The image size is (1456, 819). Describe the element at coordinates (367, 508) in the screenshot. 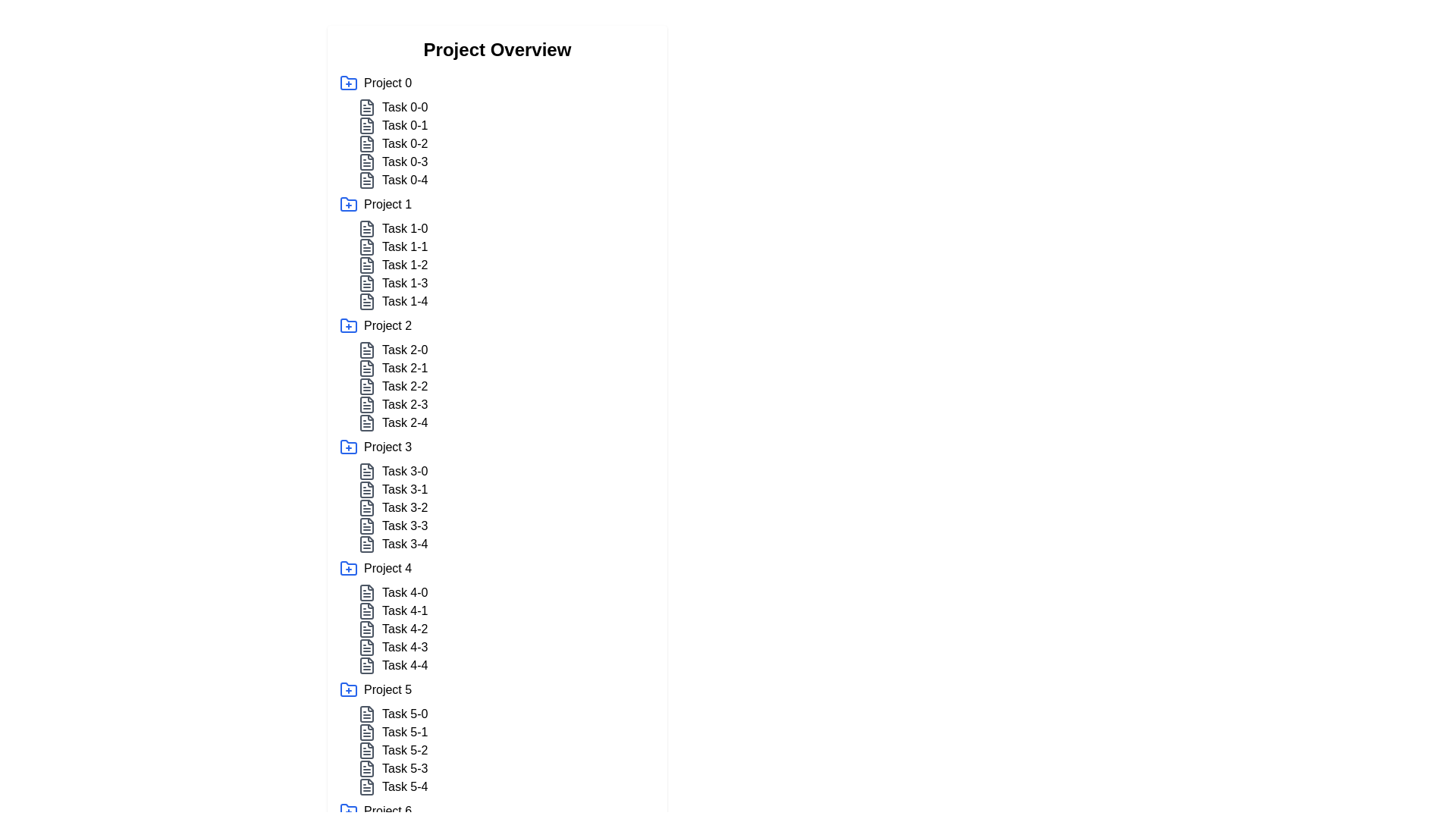

I see `the document icon styled in gray, which is the first graphical item of the entry labeled 'Task 3-2' under 'Project 3'` at that location.